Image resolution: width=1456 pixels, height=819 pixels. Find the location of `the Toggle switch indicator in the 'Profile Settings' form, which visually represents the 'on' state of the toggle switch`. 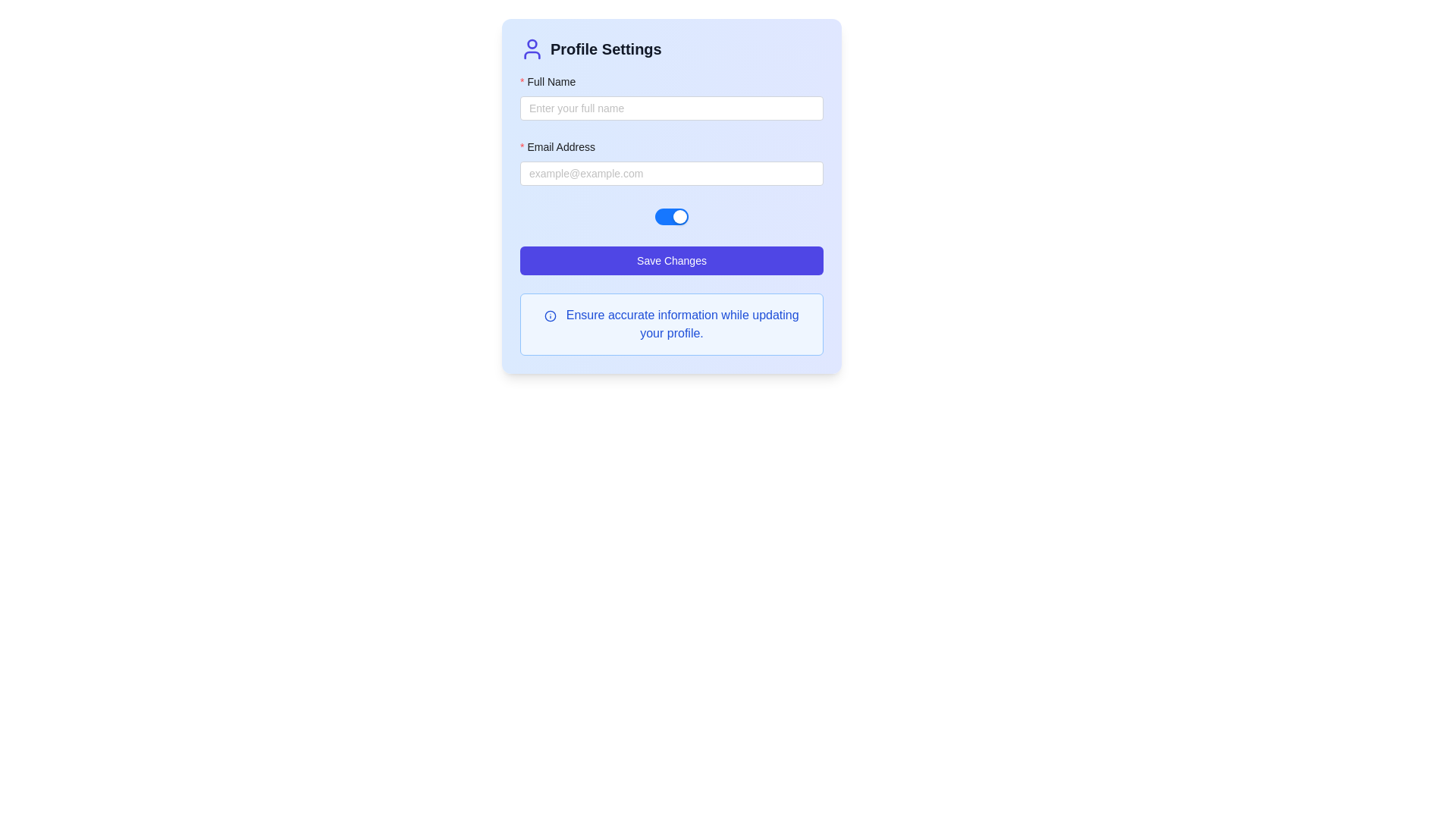

the Toggle switch indicator in the 'Profile Settings' form, which visually represents the 'on' state of the toggle switch is located at coordinates (666, 216).